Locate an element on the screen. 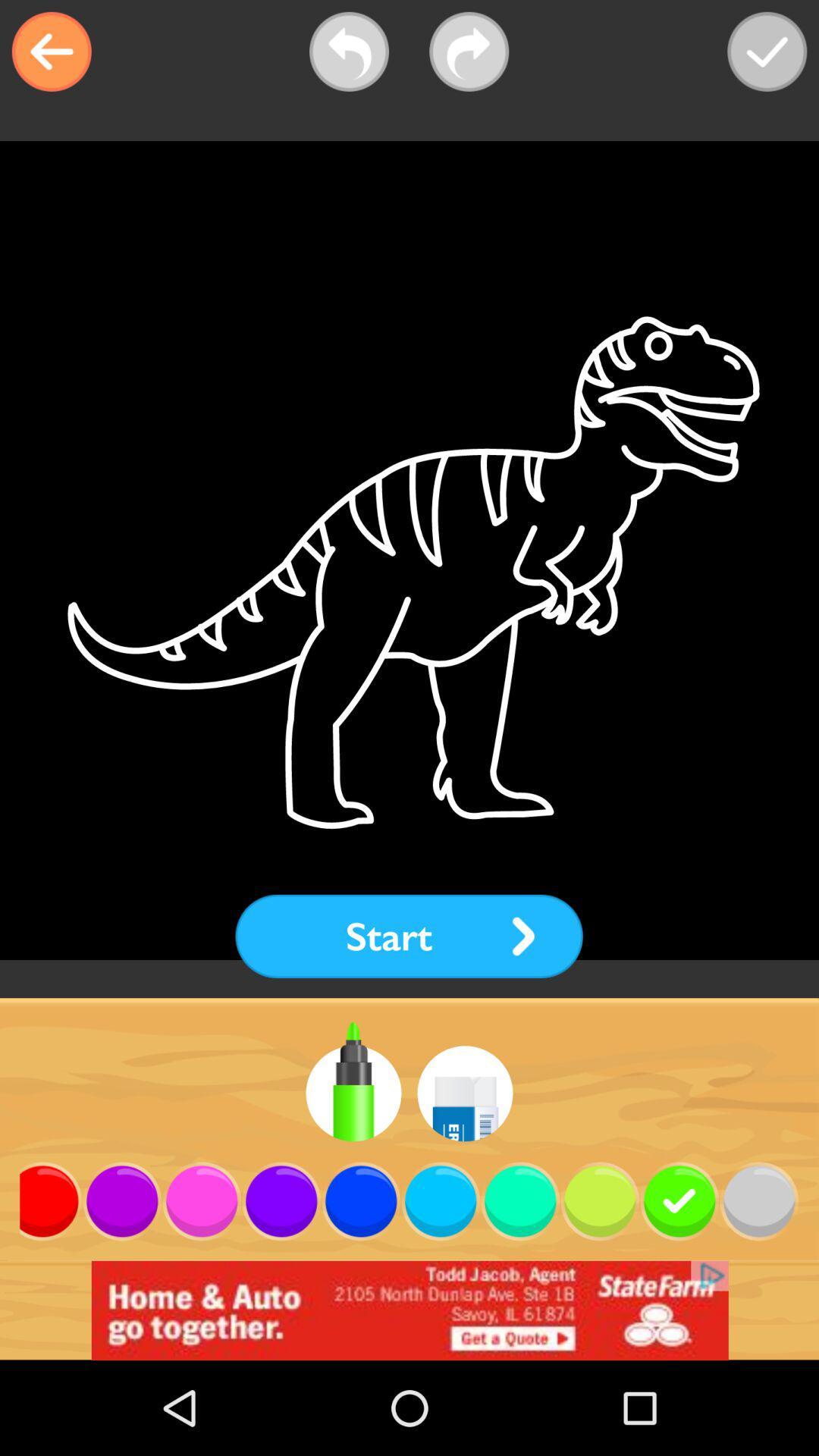 This screenshot has width=819, height=1456. the arrow_backward icon is located at coordinates (51, 52).